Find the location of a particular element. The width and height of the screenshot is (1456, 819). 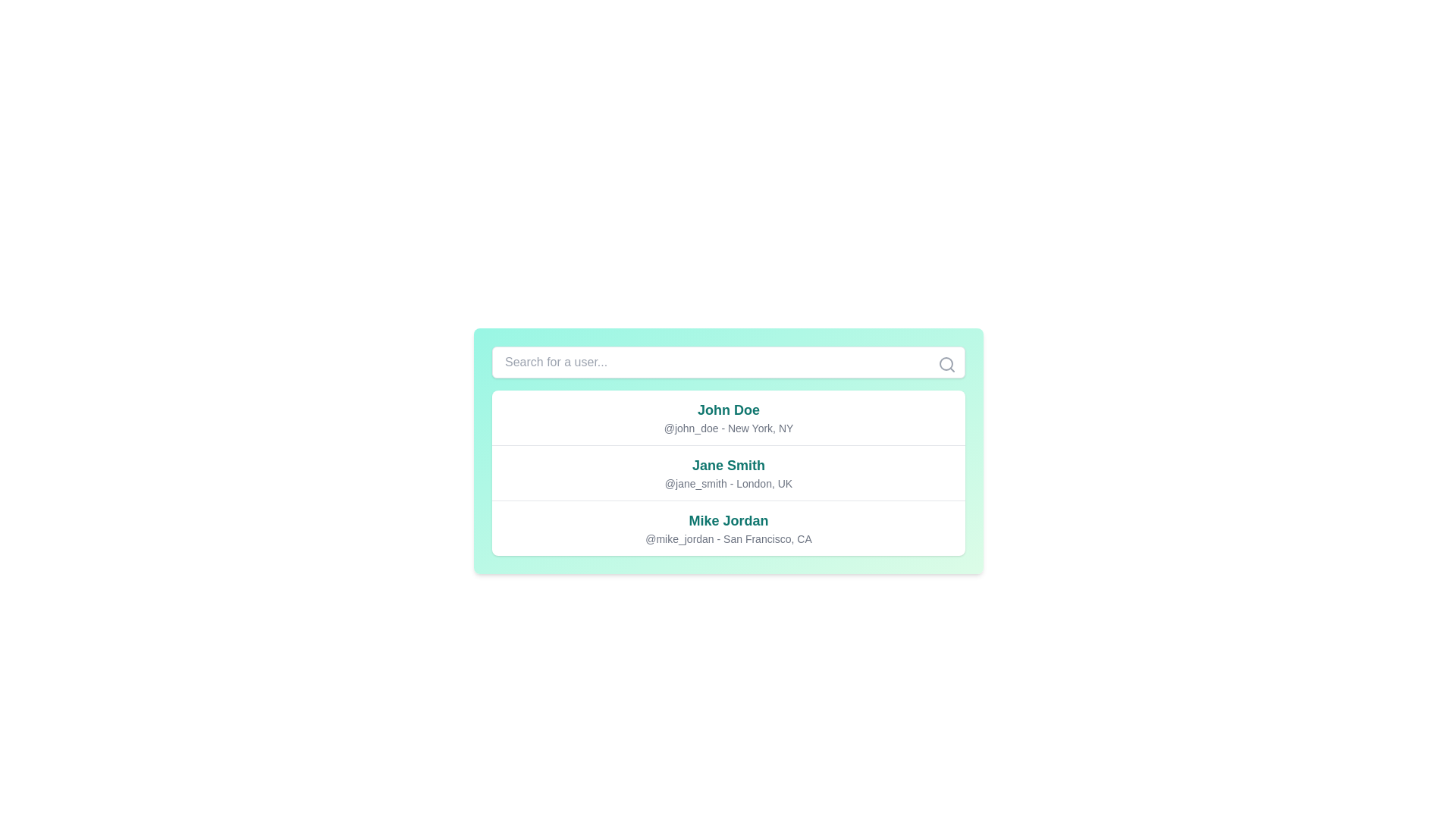

the magnifying glass icon located at the top right corner of the search bar, which features a minimalistic design in gray and is aligned with the input field is located at coordinates (946, 365).